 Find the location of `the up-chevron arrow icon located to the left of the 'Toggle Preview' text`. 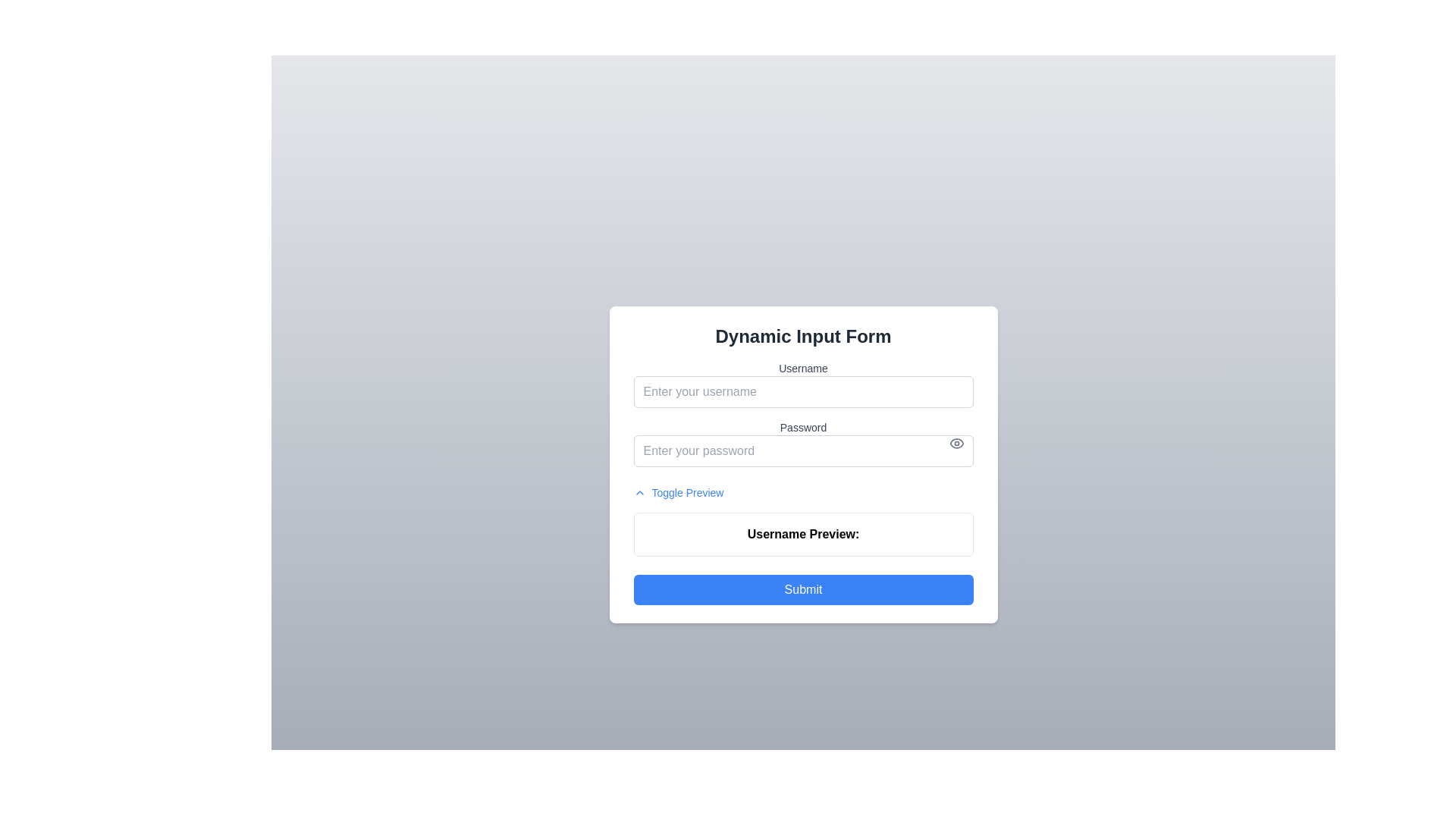

the up-chevron arrow icon located to the left of the 'Toggle Preview' text is located at coordinates (639, 493).